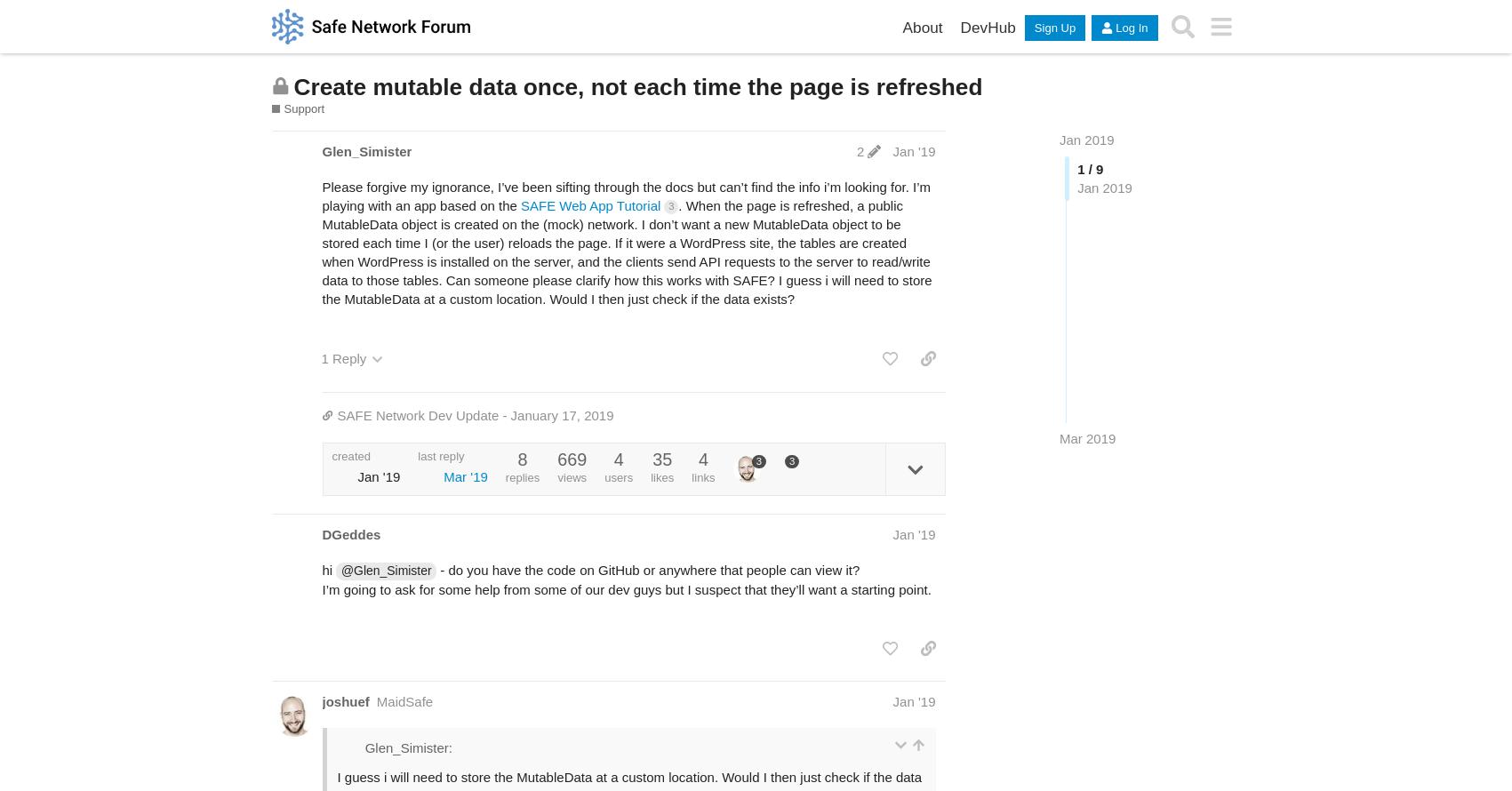 The height and width of the screenshot is (791, 1512). I want to click on '669', so click(571, 459).